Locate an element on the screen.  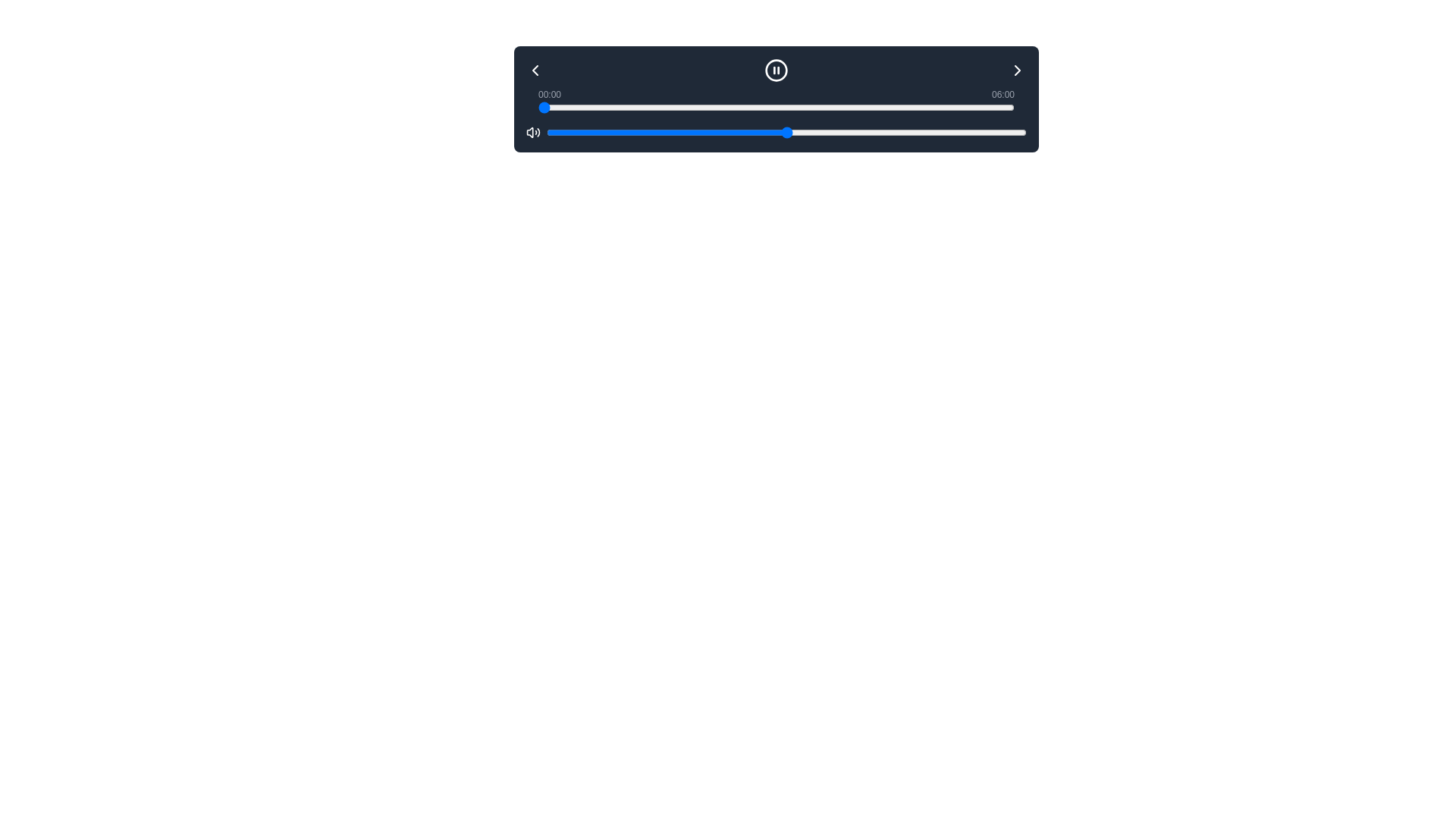
the slider is located at coordinates (974, 131).